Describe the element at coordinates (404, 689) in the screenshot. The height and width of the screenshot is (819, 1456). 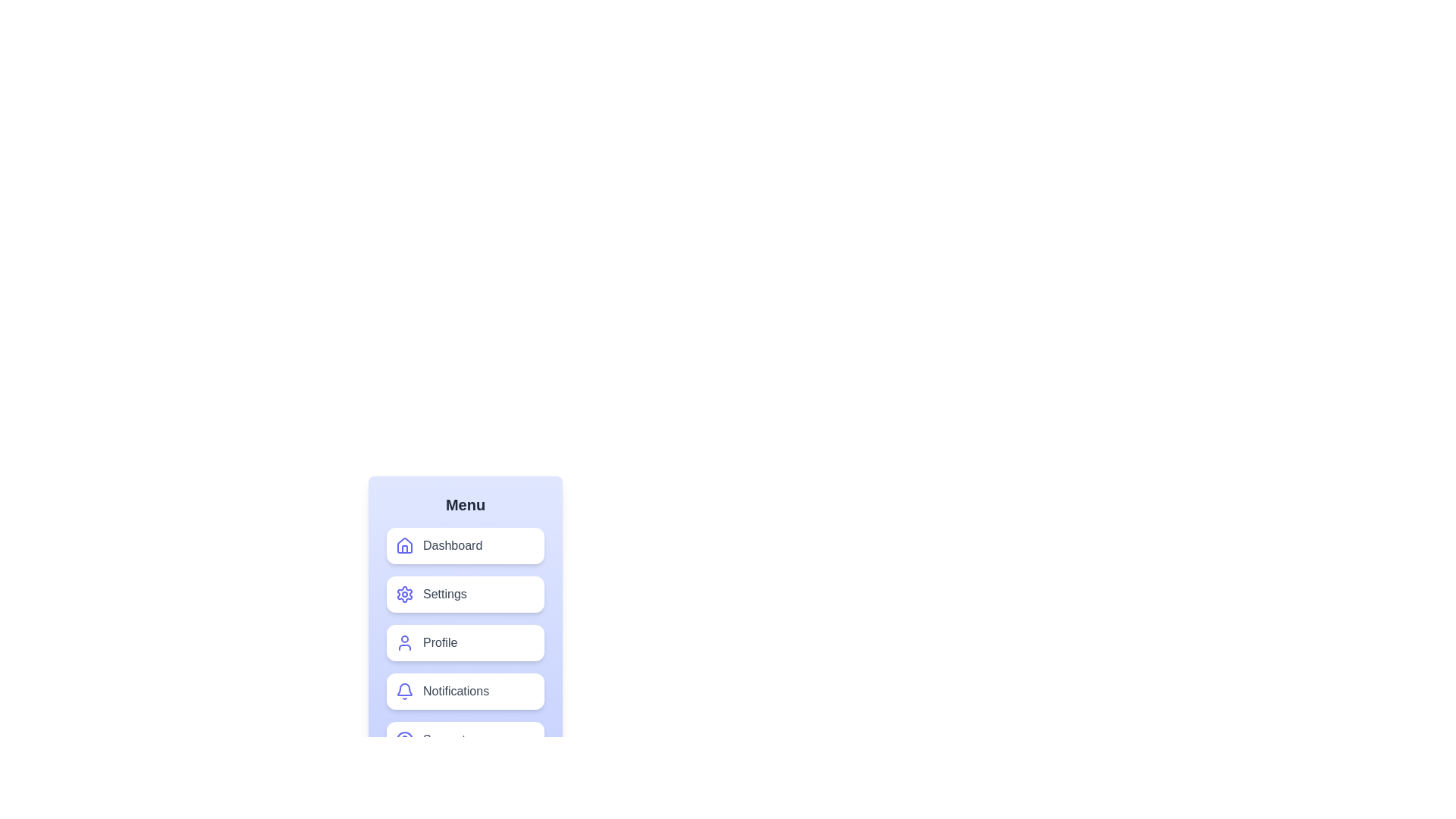
I see `the bell icon located in the lower portion of the menu section under 'Notifications', which indicates notifications or alerts` at that location.